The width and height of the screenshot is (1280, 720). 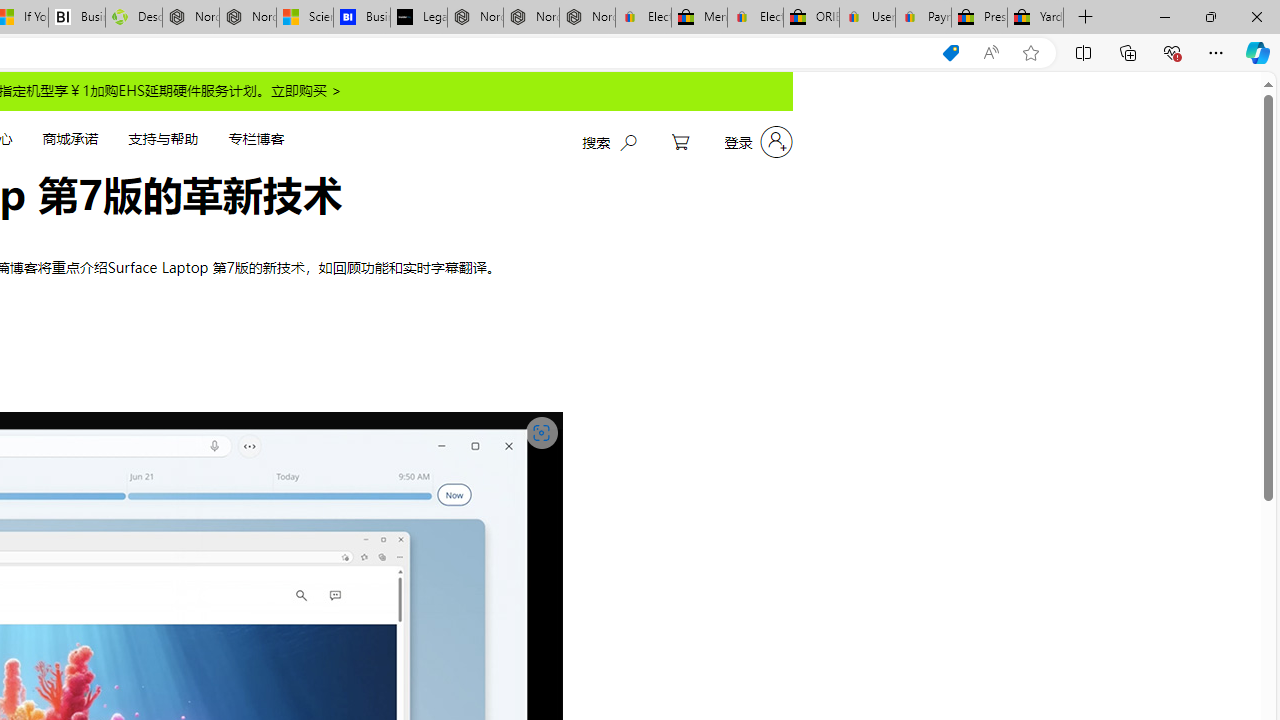 I want to click on 'Payments Terms of Use | eBay.com', so click(x=922, y=17).